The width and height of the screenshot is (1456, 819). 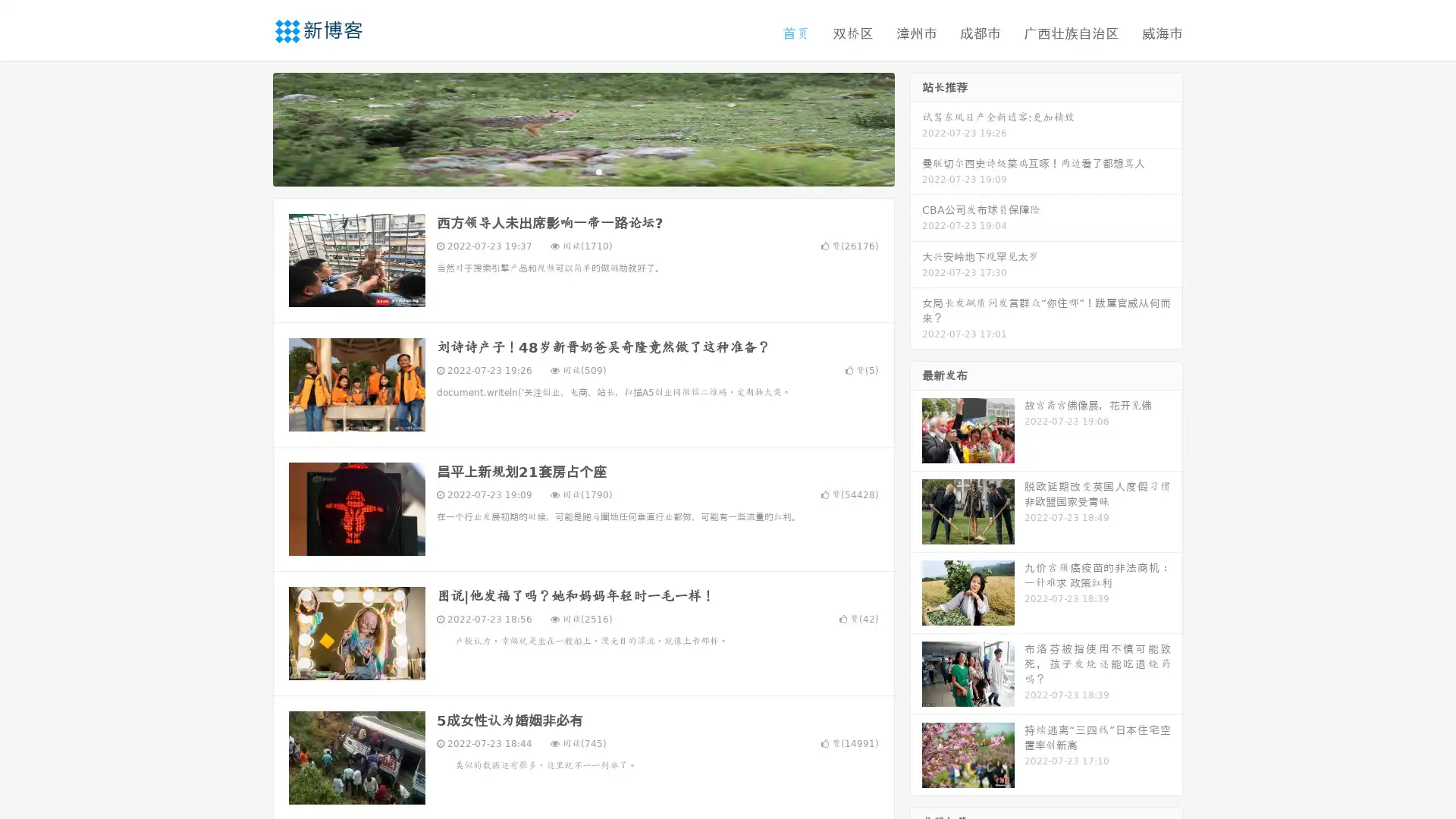 I want to click on Next slide, so click(x=916, y=127).